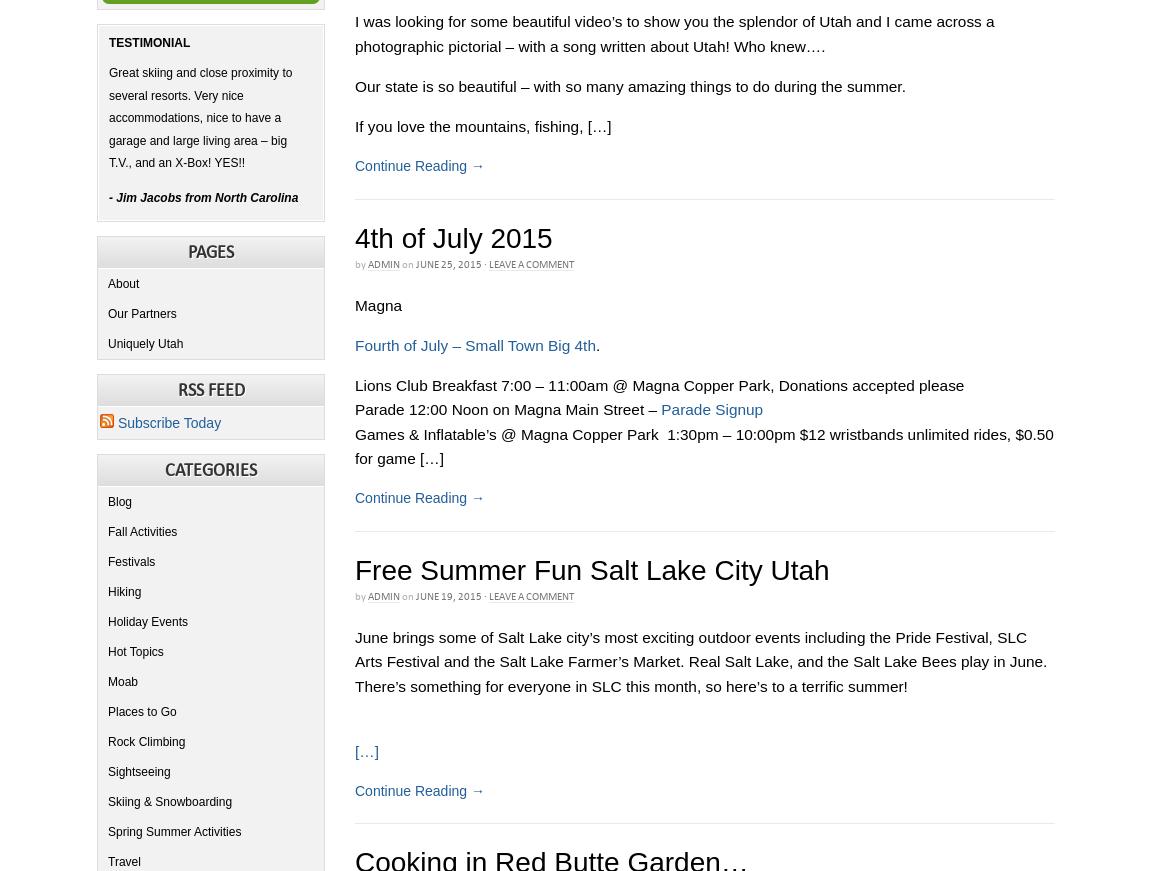  Describe the element at coordinates (483, 125) in the screenshot. I see `'If you love the mountains, fishing, […]'` at that location.